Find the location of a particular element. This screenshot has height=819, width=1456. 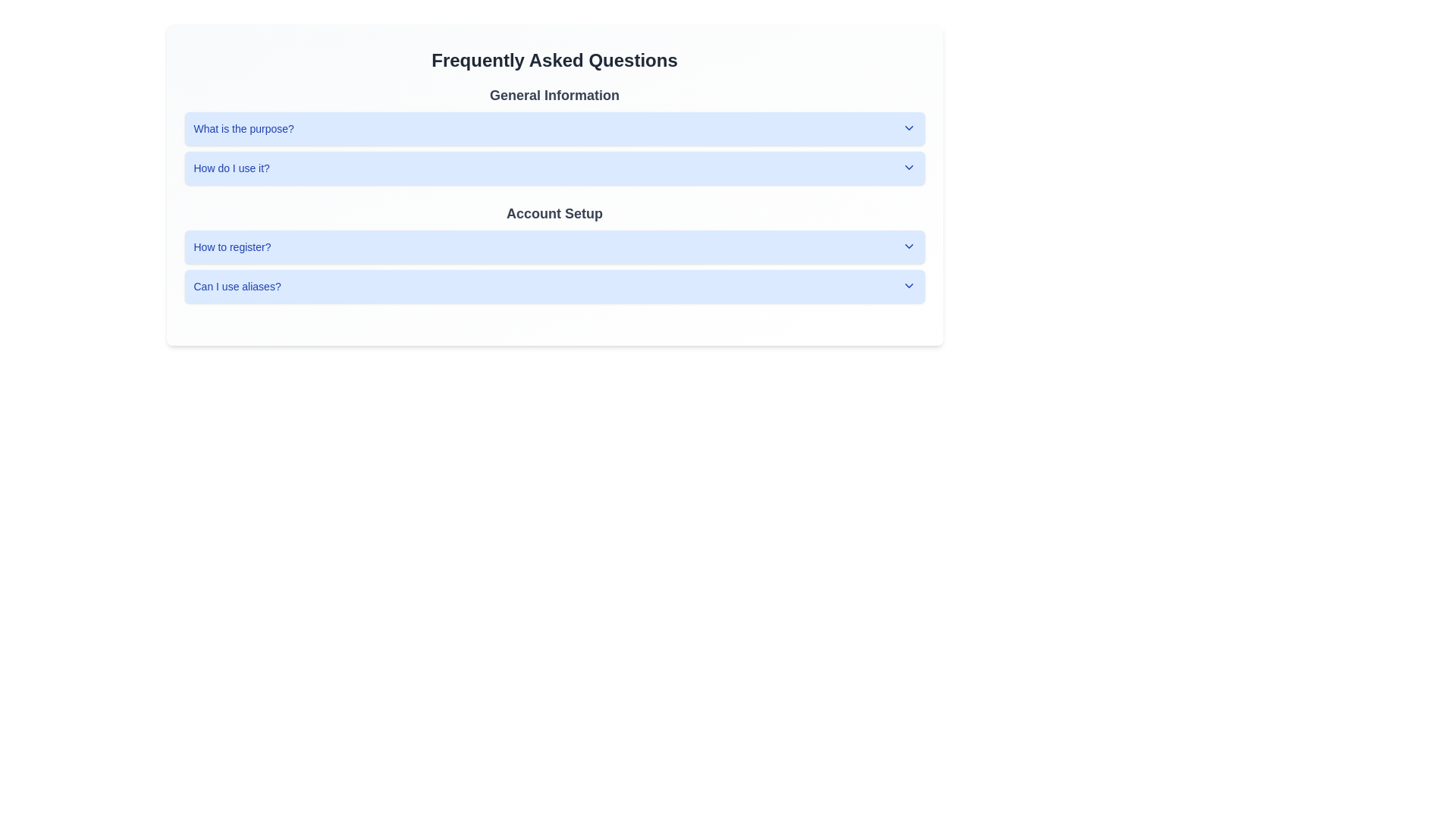

the question title 'How do I use it?' in the FAQ section is located at coordinates (231, 168).